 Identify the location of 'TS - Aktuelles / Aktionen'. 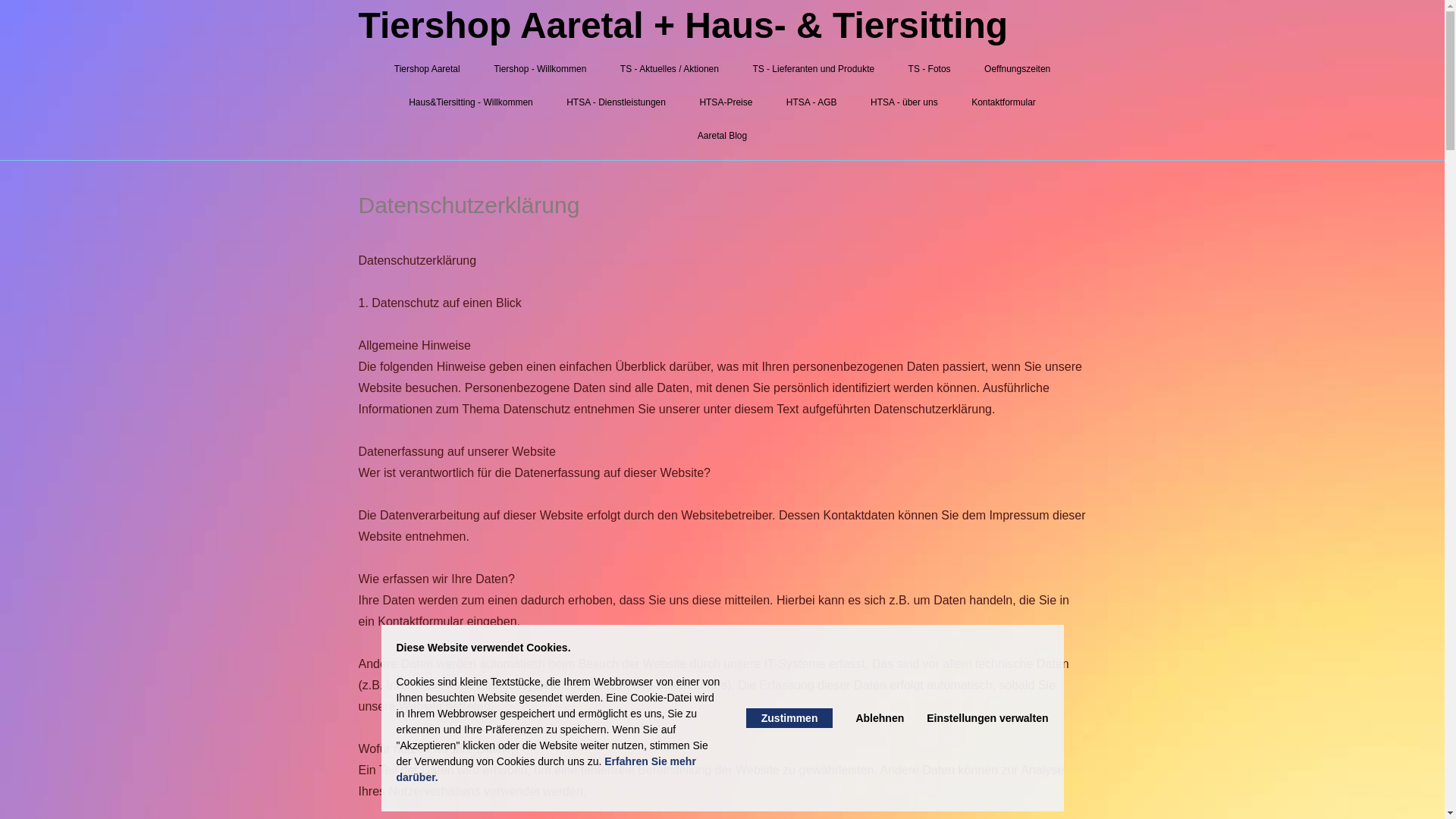
(669, 69).